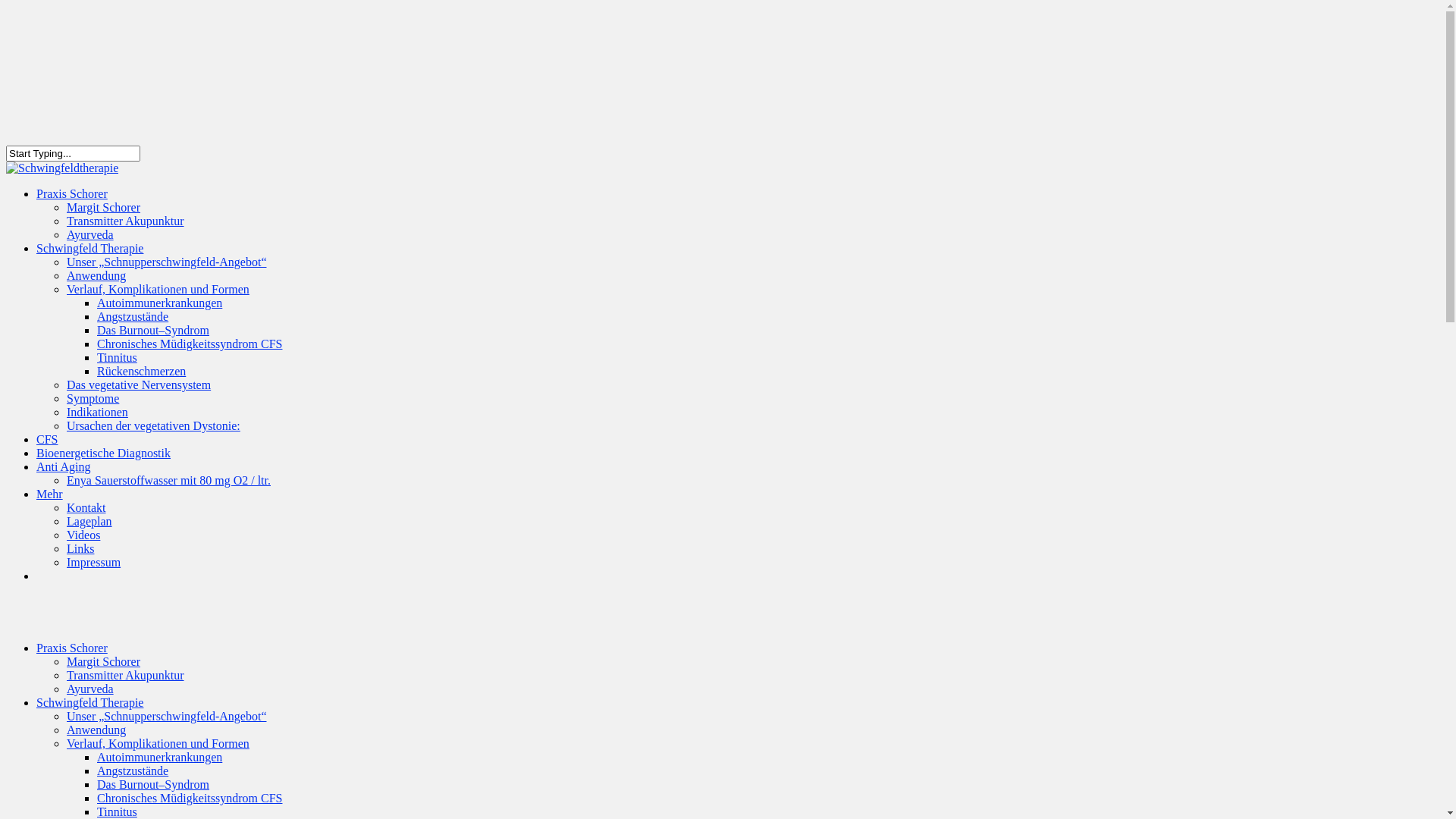 This screenshot has width=1456, height=819. What do you see at coordinates (89, 702) in the screenshot?
I see `'Schwingfeld Therapie'` at bounding box center [89, 702].